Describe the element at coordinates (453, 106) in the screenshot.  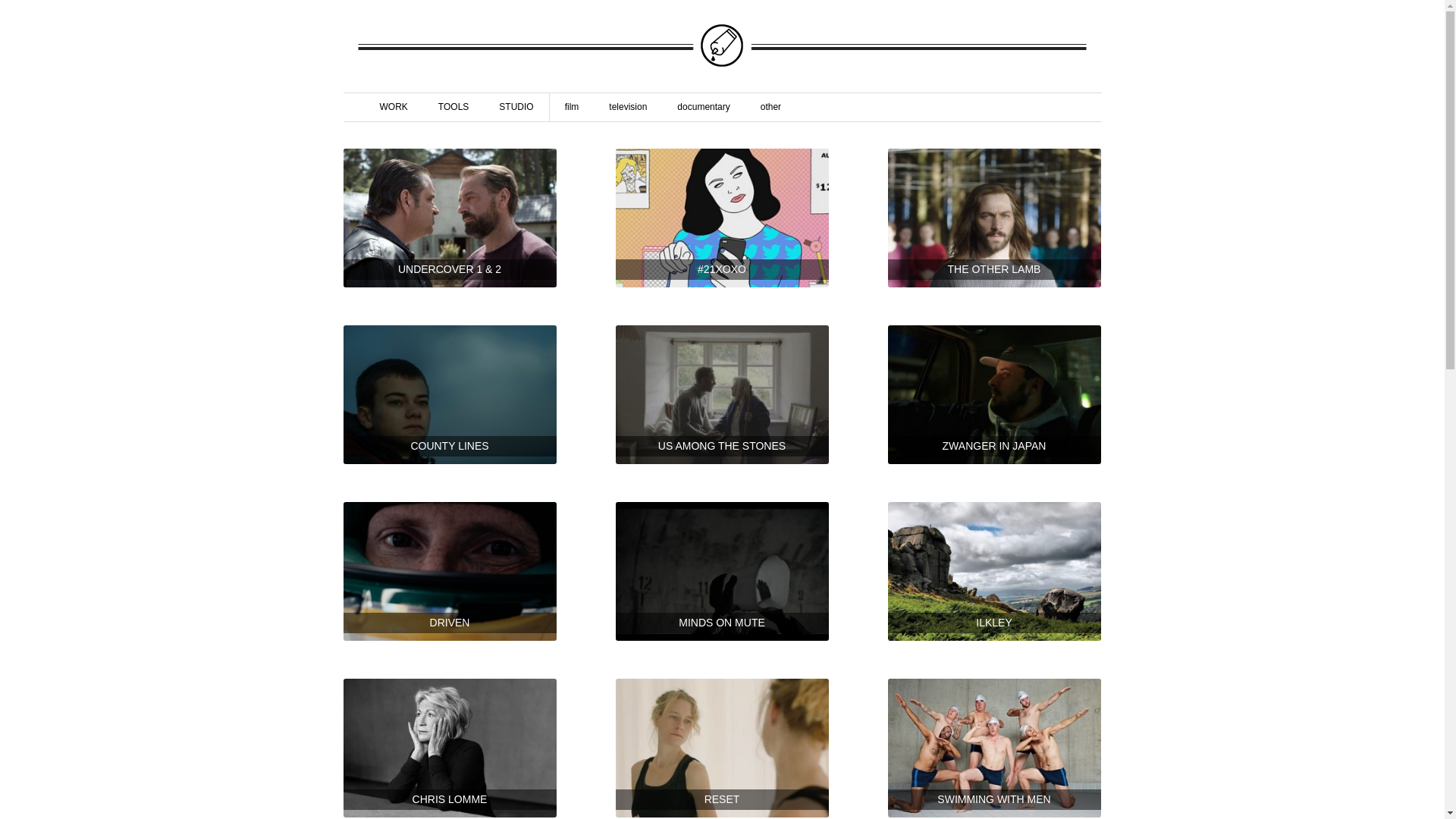
I see `'TOOLS'` at that location.